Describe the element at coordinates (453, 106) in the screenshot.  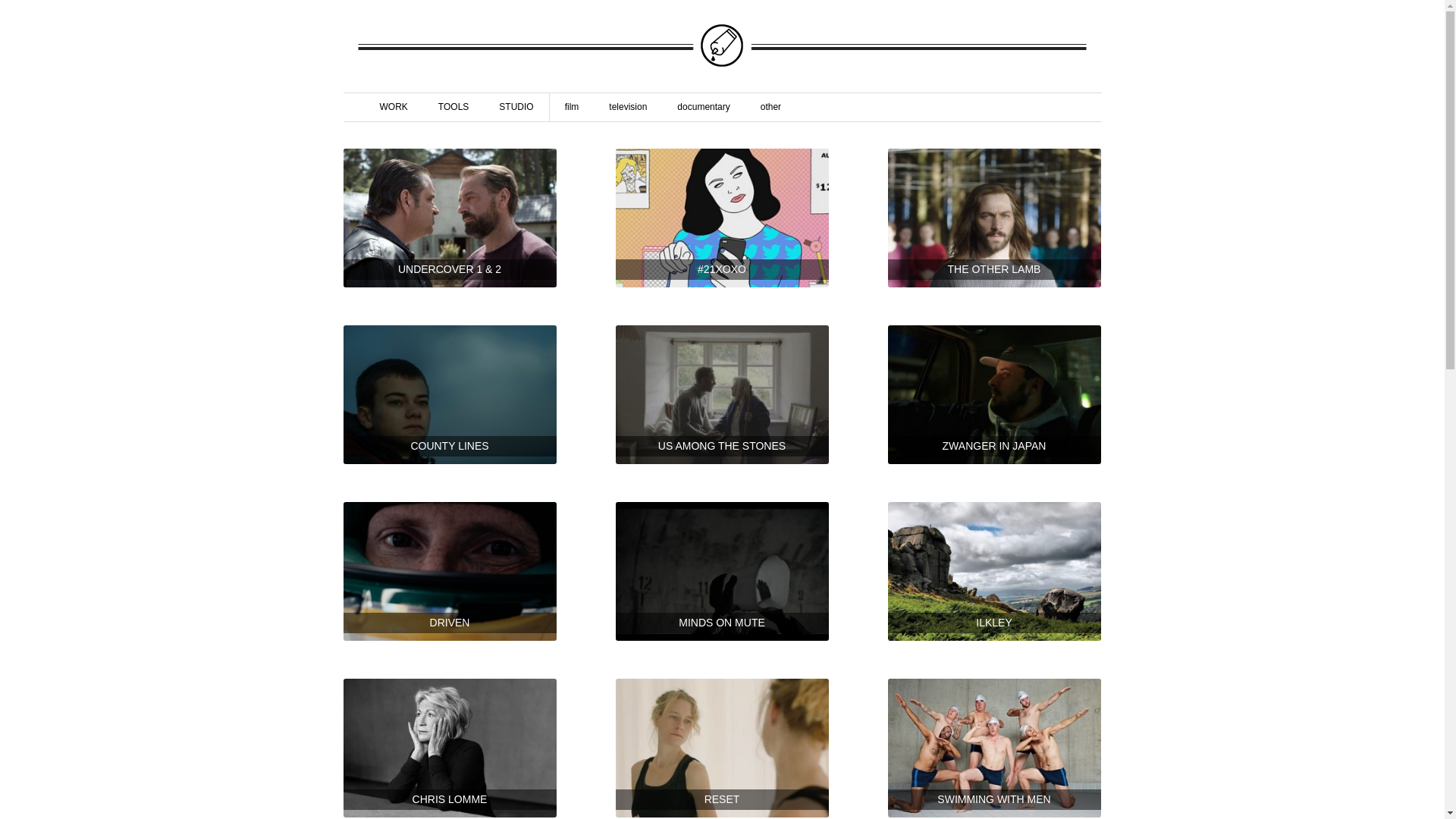
I see `'TOOLS'` at that location.